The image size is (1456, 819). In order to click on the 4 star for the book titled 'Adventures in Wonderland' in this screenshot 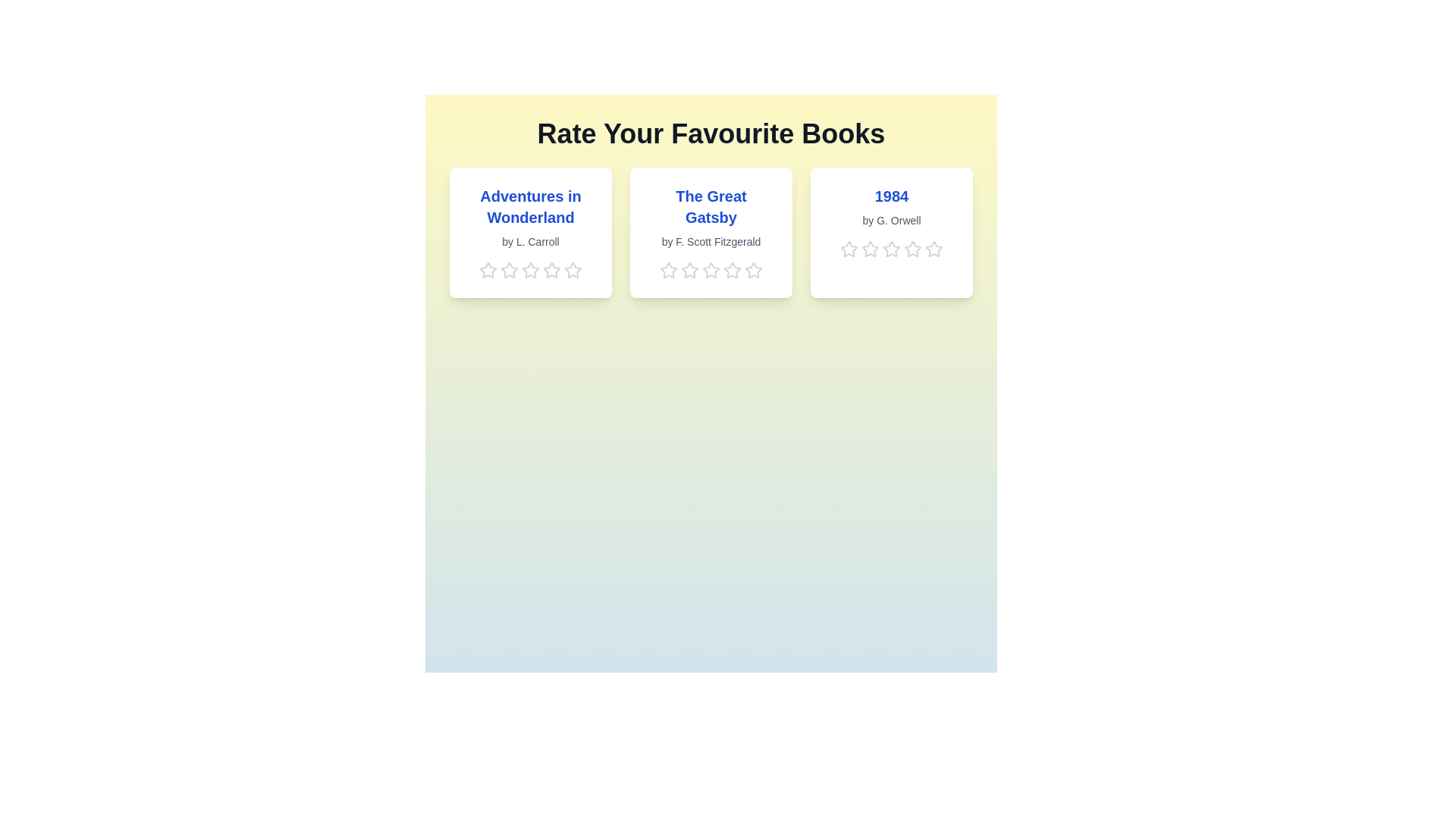, I will do `click(551, 270)`.